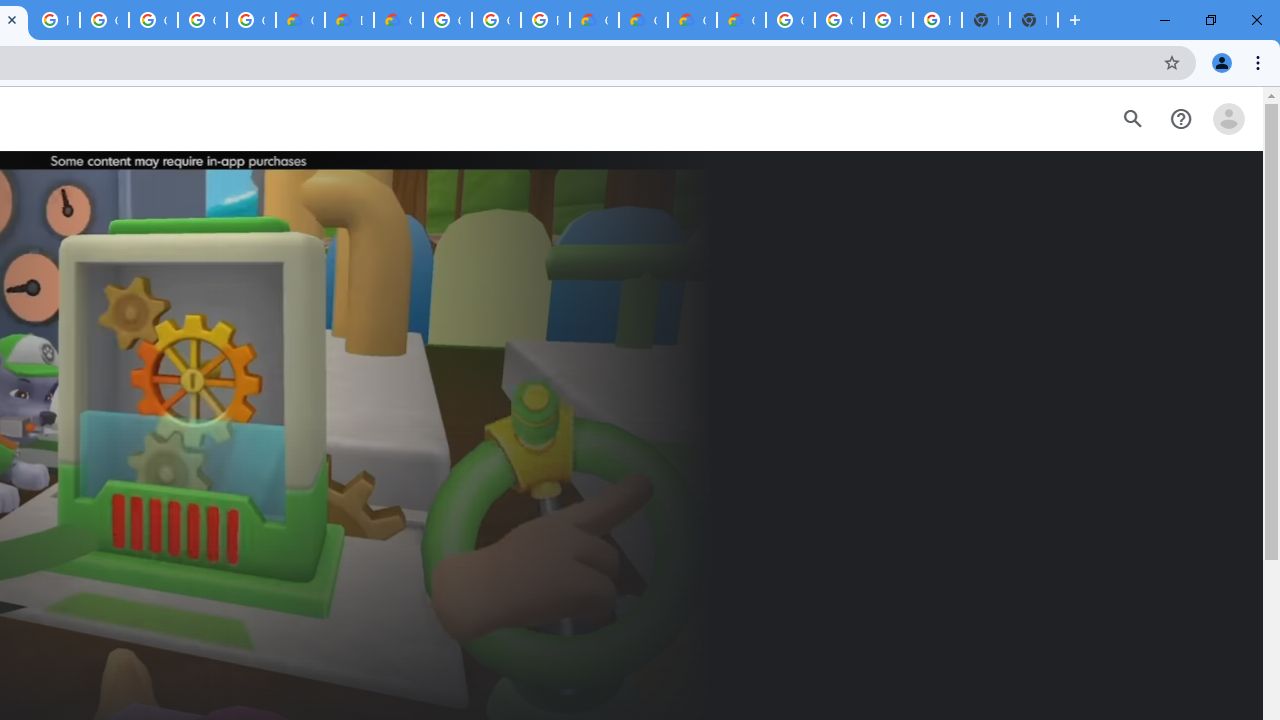 The width and height of the screenshot is (1280, 720). I want to click on 'Gemini for Business and Developers | Google Cloud', so click(398, 20).